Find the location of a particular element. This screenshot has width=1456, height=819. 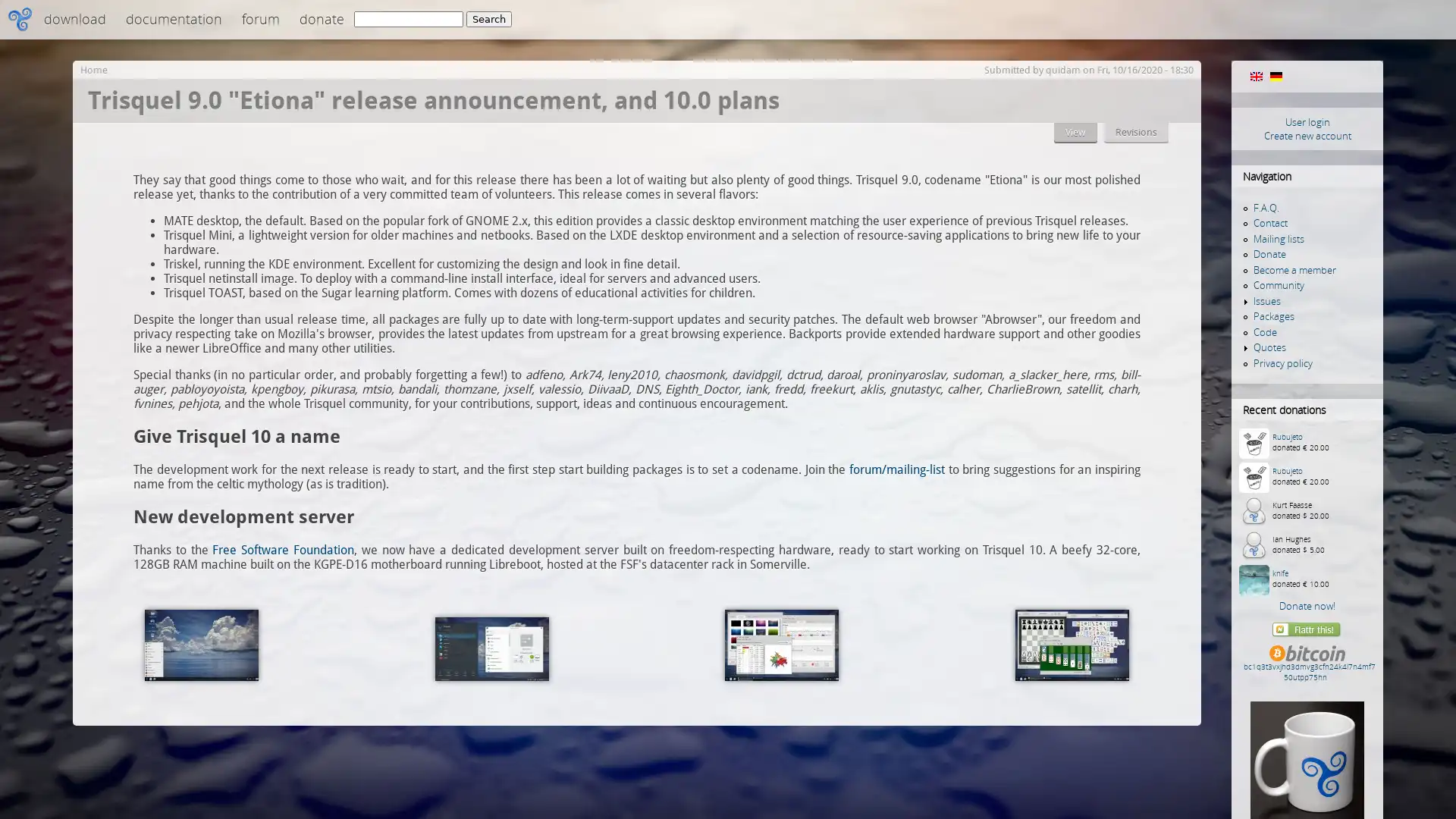

Search is located at coordinates (488, 19).